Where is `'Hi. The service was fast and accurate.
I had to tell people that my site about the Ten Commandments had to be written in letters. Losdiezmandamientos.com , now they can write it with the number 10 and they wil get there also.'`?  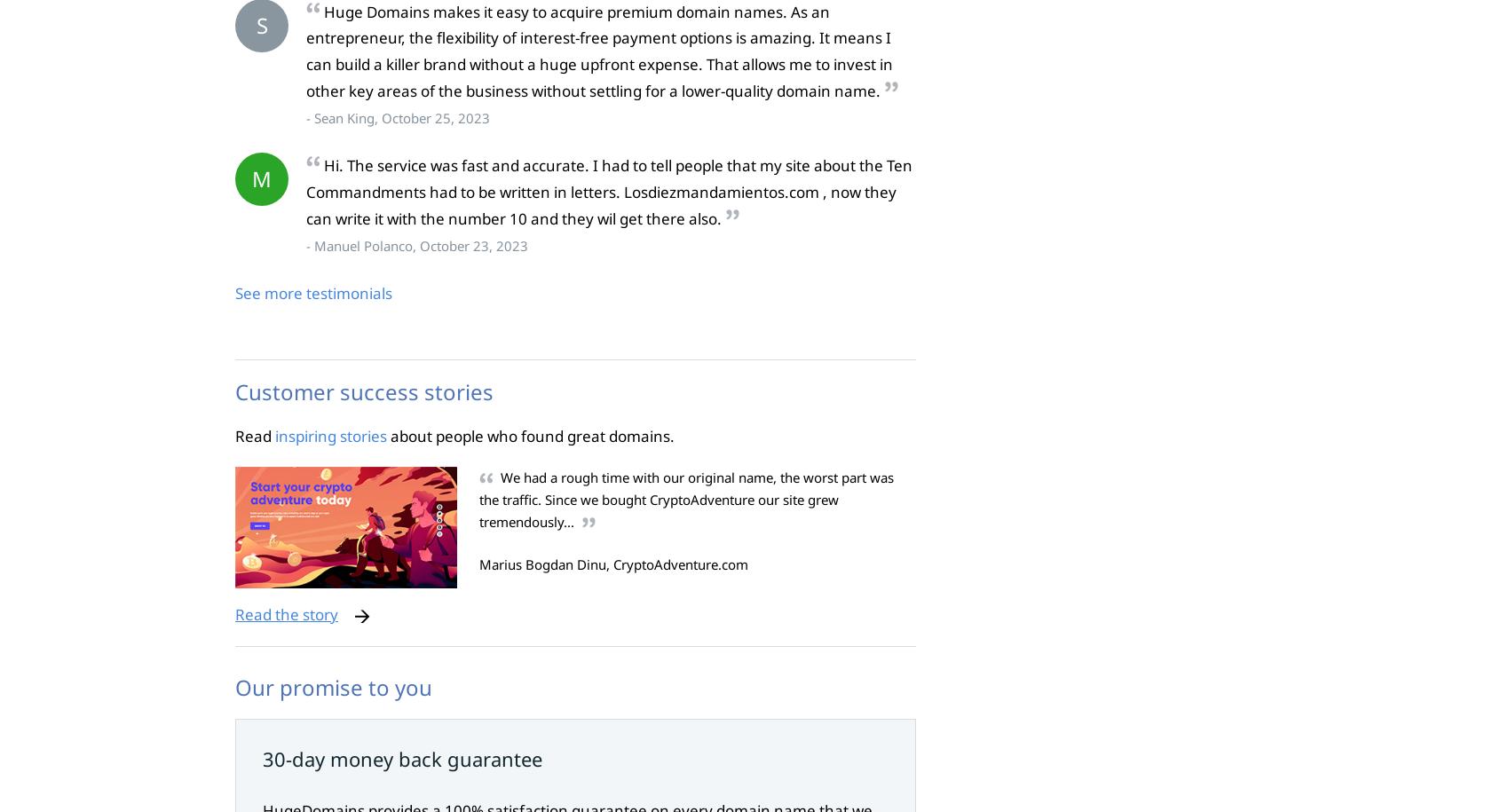
'Hi. The service was fast and accurate.
I had to tell people that my site about the Ten Commandments had to be written in letters. Losdiezmandamientos.com , now they can write it with the number 10 and they wil get there also.' is located at coordinates (609, 192).